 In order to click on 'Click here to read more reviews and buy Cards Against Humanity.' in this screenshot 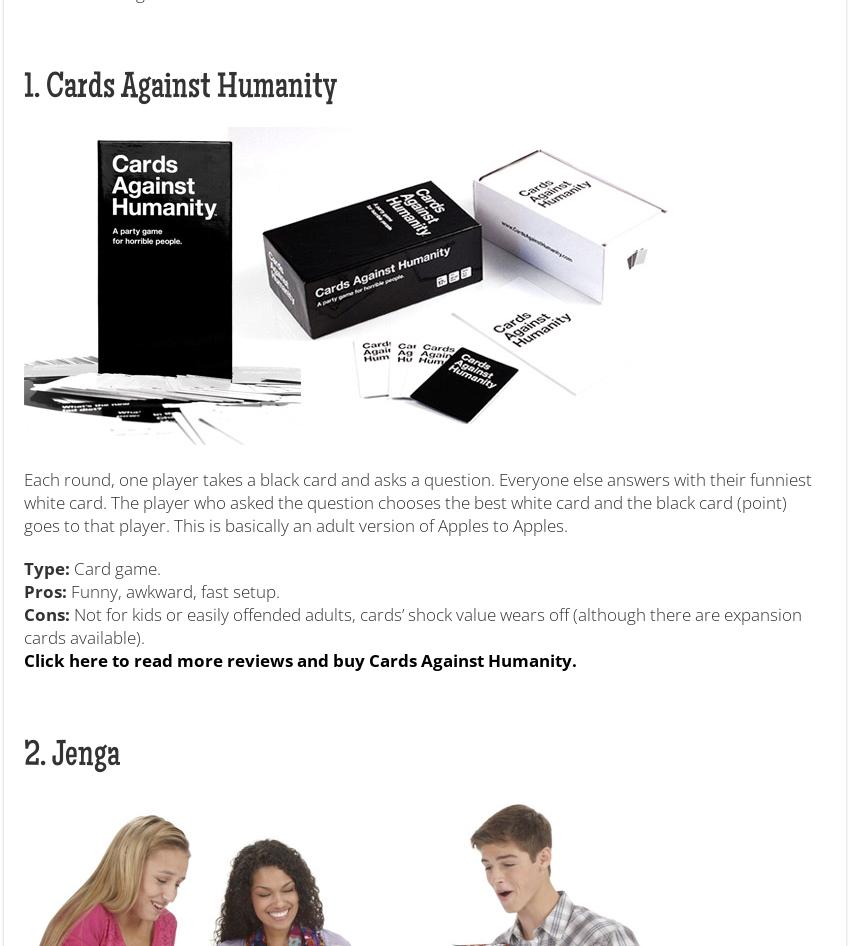, I will do `click(22, 659)`.